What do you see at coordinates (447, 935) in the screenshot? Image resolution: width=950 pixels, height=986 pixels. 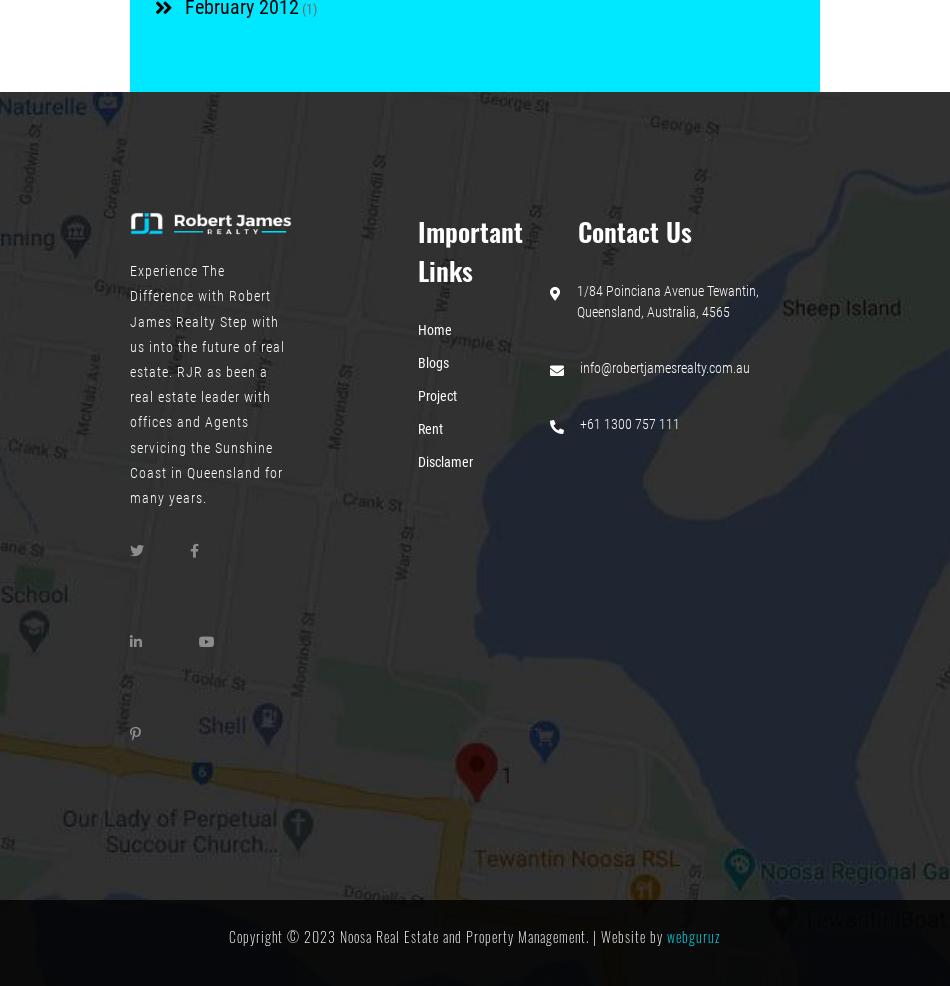 I see `'Copyright © 2023 Noosa Real Estate and Property Management. | Website by'` at bounding box center [447, 935].